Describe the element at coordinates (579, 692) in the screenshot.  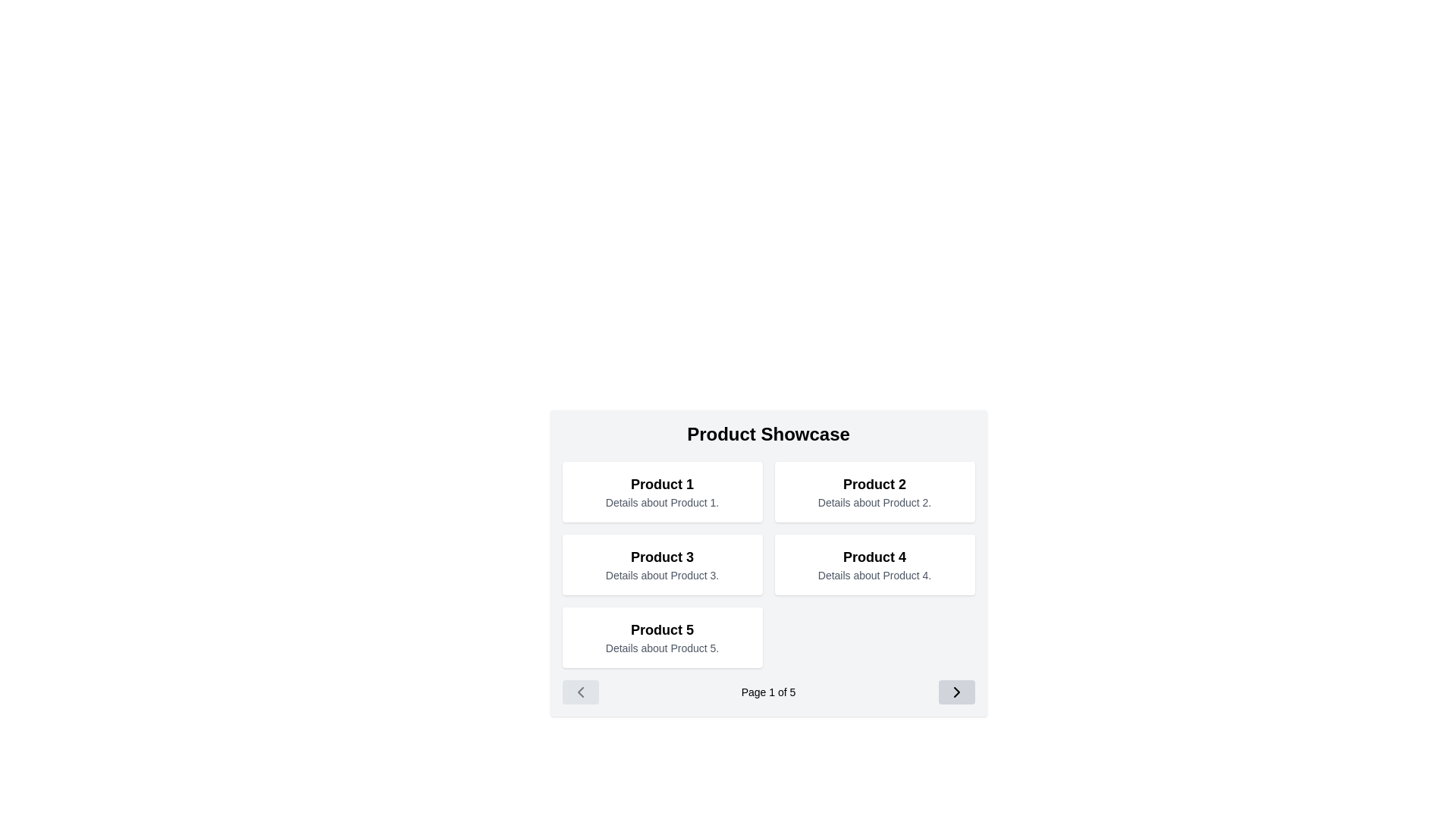
I see `the left-pointing chevron icon in the bottom-left corner of the content area` at that location.